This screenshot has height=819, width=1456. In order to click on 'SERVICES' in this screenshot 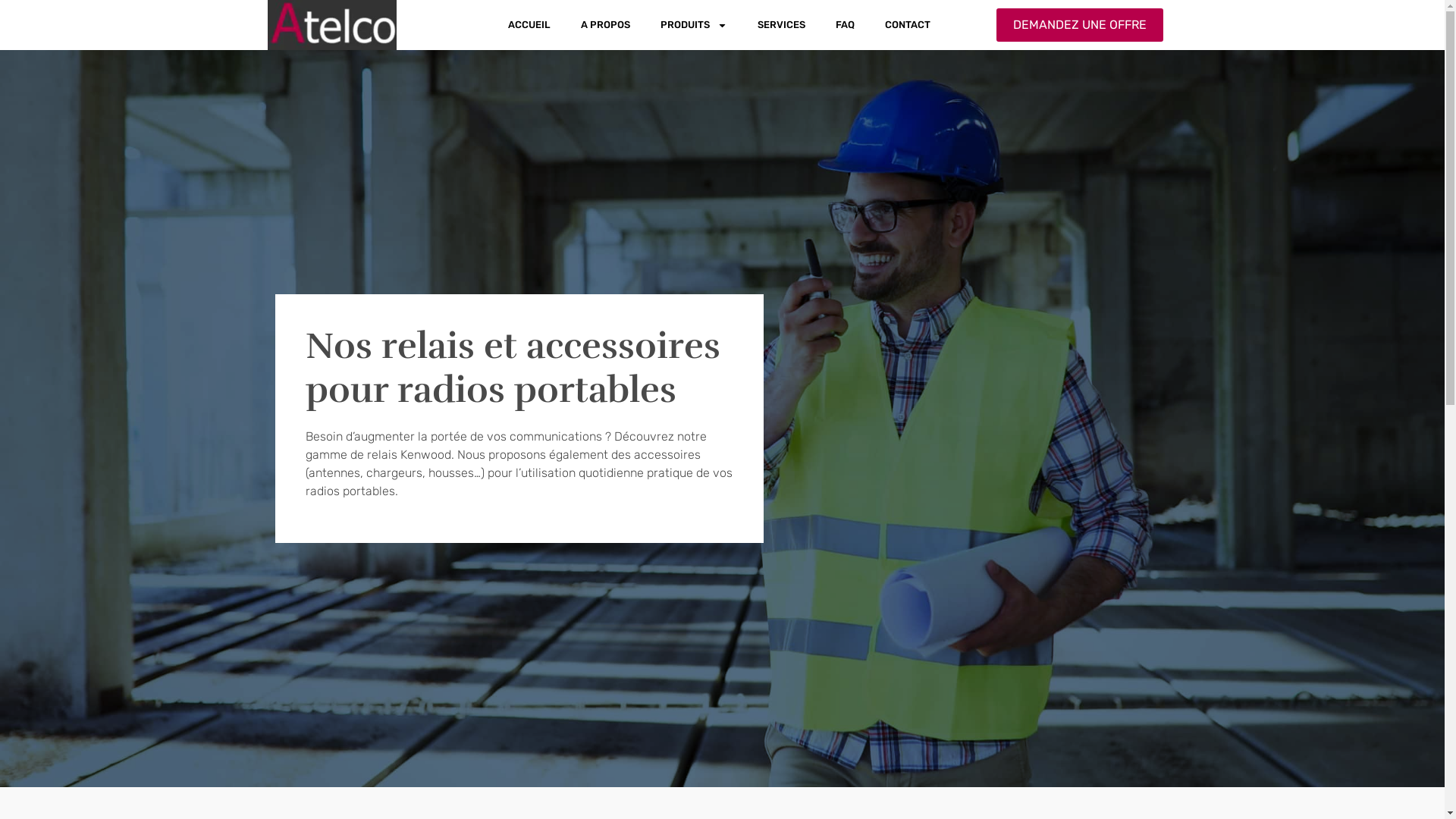, I will do `click(781, 25)`.